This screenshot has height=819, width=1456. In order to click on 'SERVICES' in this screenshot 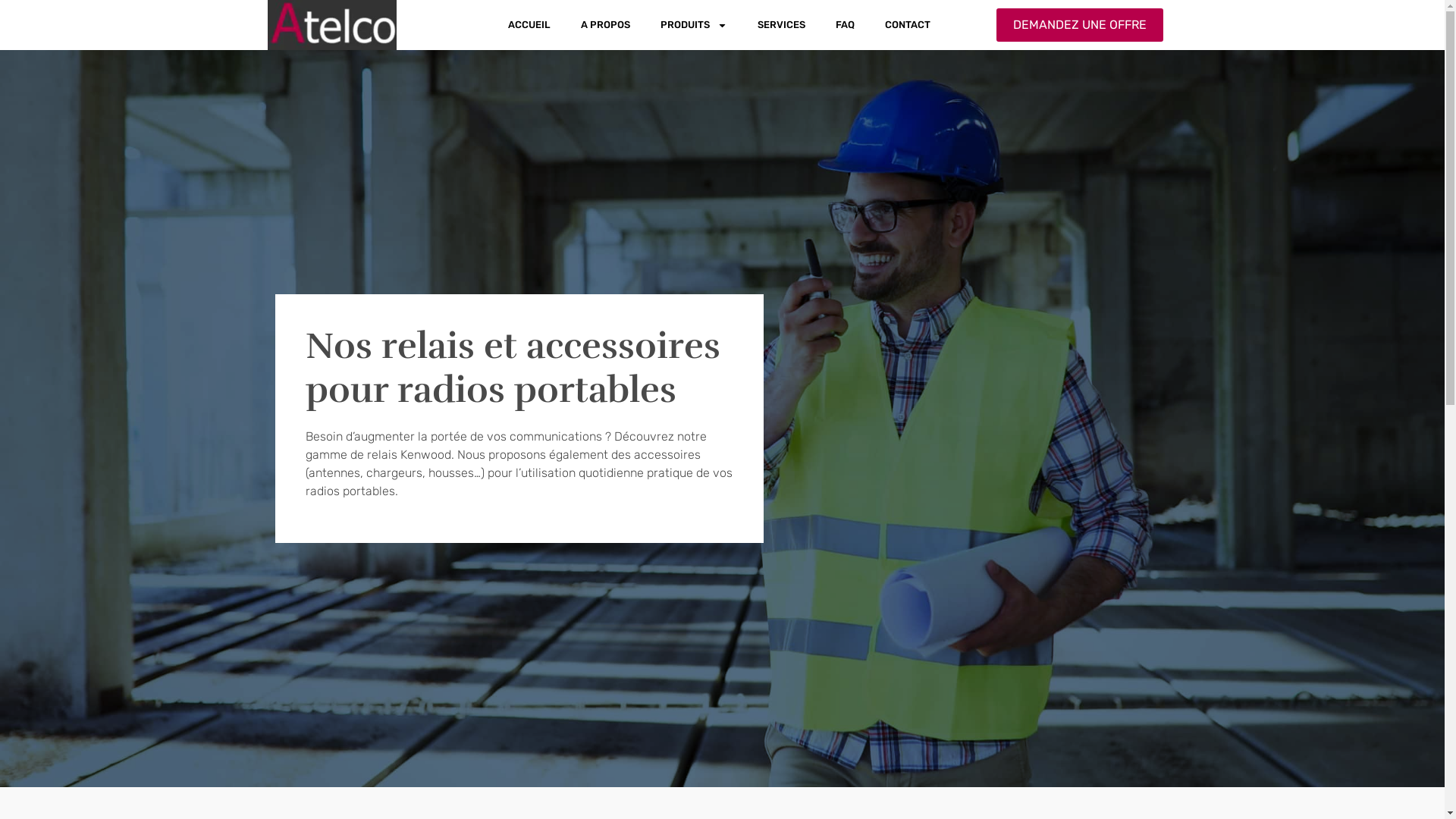, I will do `click(781, 25)`.